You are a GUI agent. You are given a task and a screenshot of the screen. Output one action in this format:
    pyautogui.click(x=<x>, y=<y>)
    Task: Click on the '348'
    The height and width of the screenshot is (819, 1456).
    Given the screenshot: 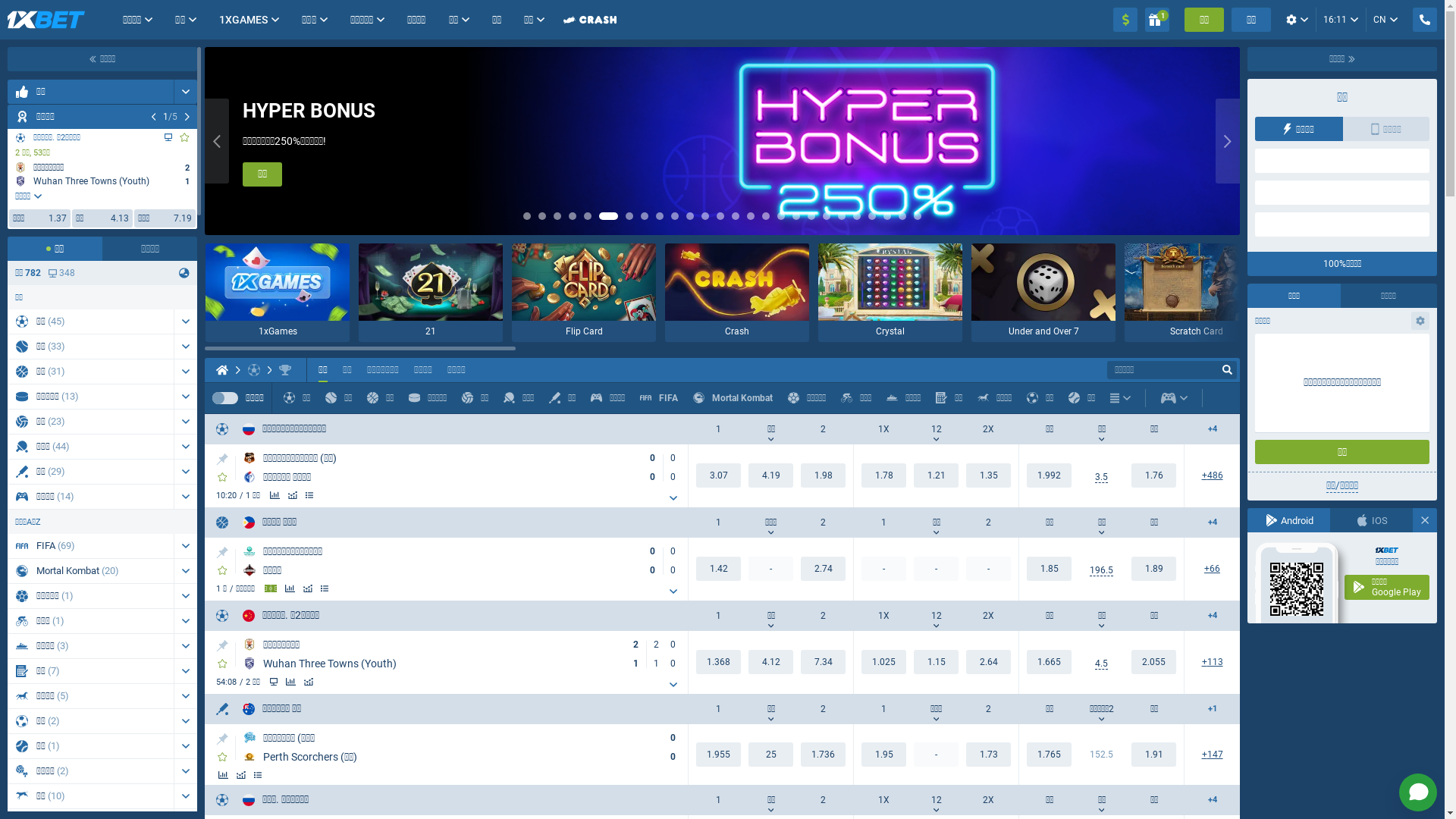 What is the action you would take?
    pyautogui.click(x=61, y=271)
    